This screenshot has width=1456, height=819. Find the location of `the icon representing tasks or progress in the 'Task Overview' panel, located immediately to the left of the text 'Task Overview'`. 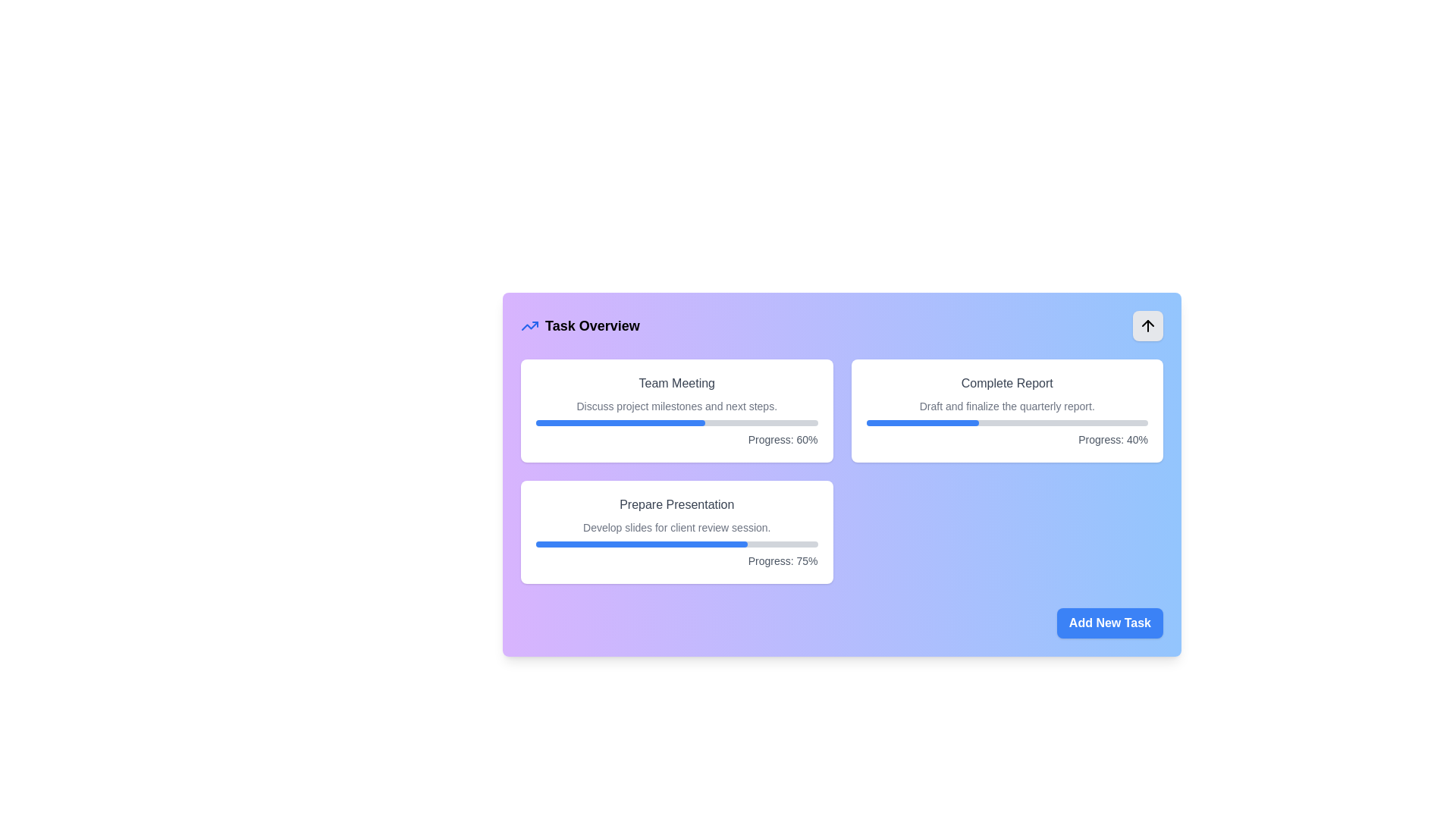

the icon representing tasks or progress in the 'Task Overview' panel, located immediately to the left of the text 'Task Overview' is located at coordinates (530, 325).